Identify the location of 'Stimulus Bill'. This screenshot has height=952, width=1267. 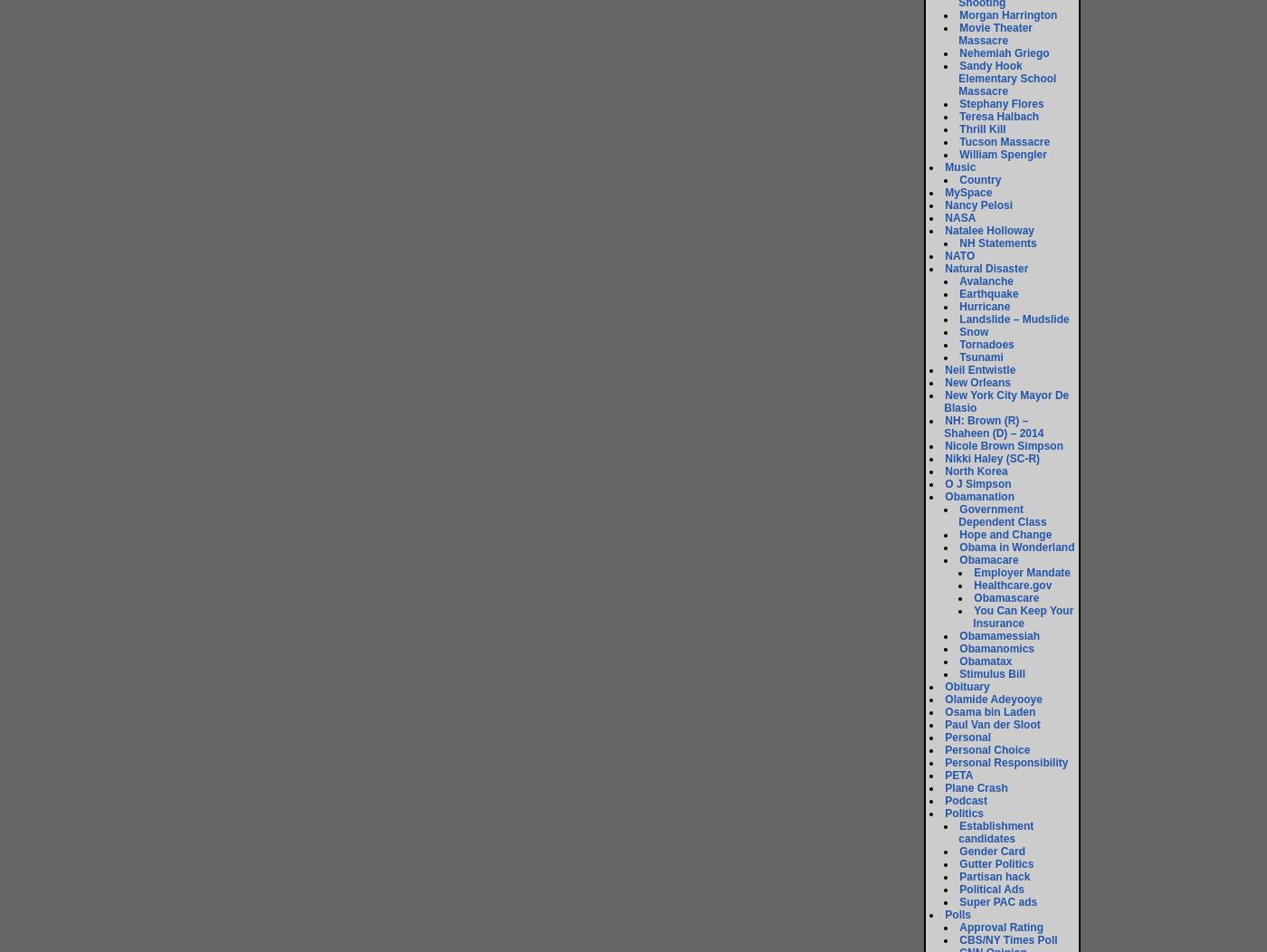
(992, 674).